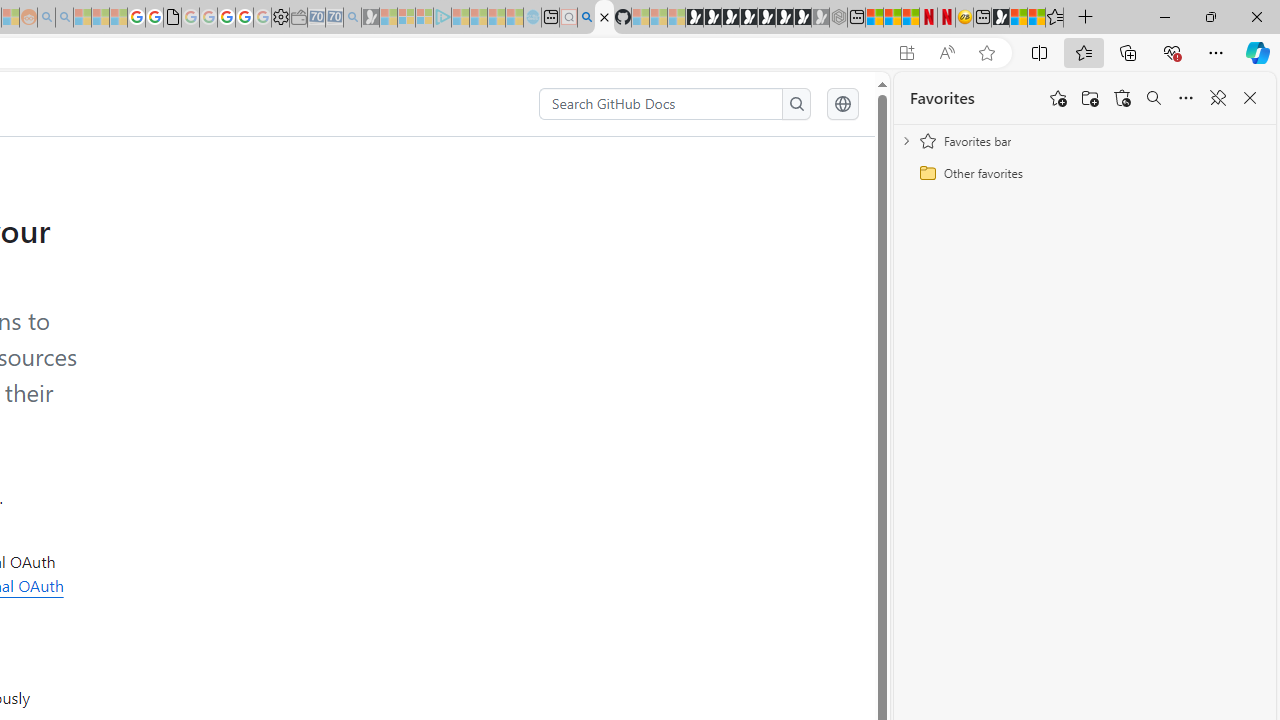 The image size is (1280, 720). I want to click on 'MSN', so click(1000, 17).